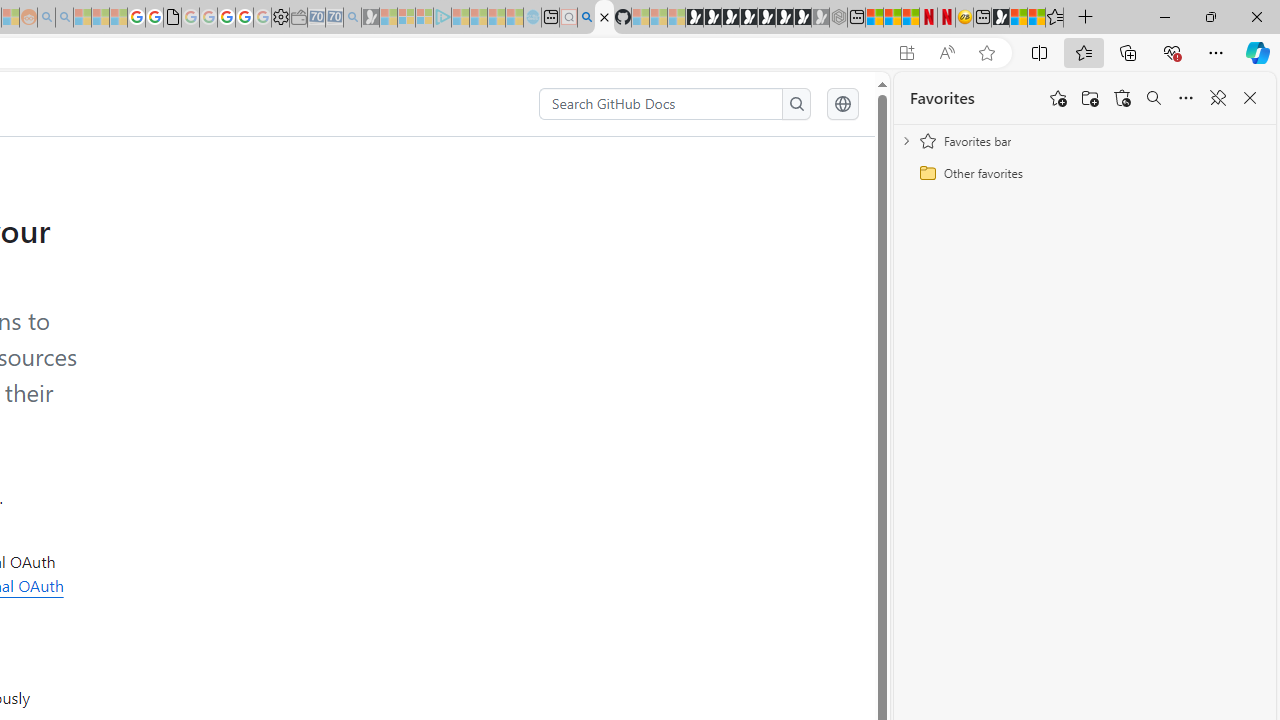 The image size is (1280, 720). I want to click on 'MSN', so click(1000, 17).